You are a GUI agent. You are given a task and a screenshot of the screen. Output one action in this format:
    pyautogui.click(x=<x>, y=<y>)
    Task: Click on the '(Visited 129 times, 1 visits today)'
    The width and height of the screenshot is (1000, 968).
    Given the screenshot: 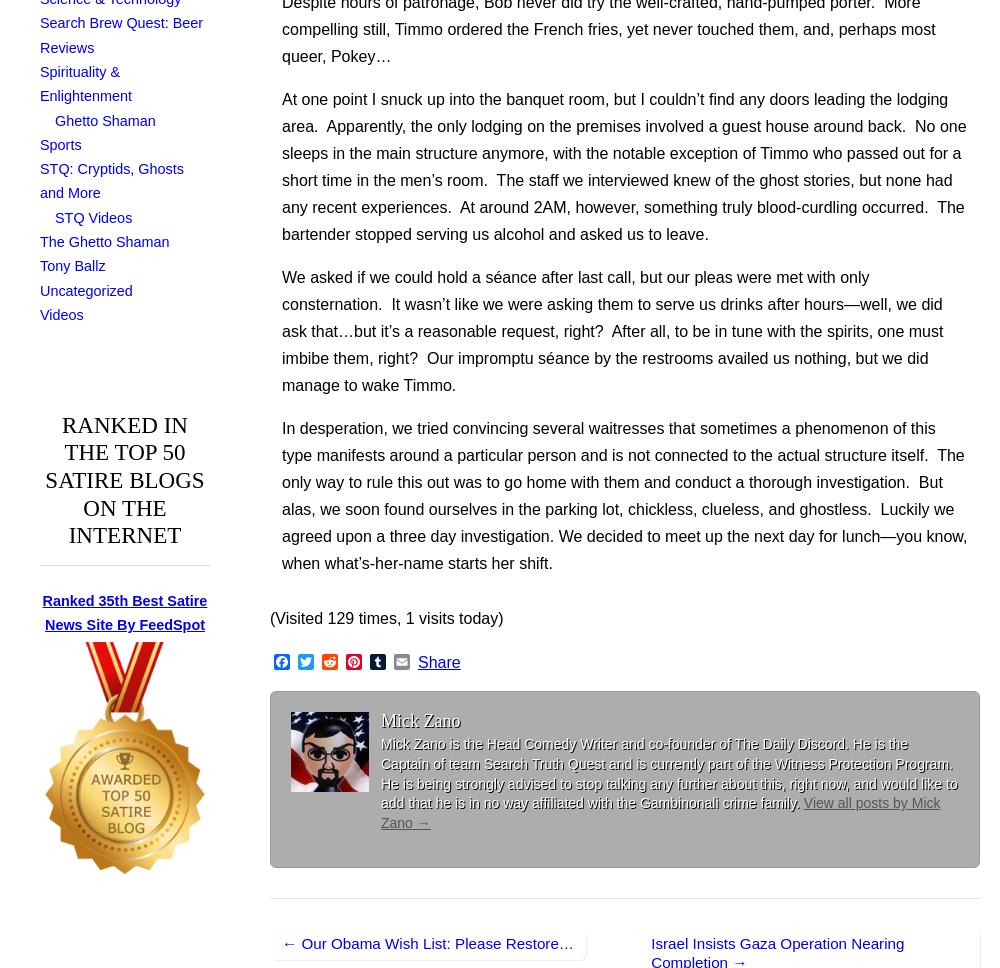 What is the action you would take?
    pyautogui.click(x=386, y=617)
    